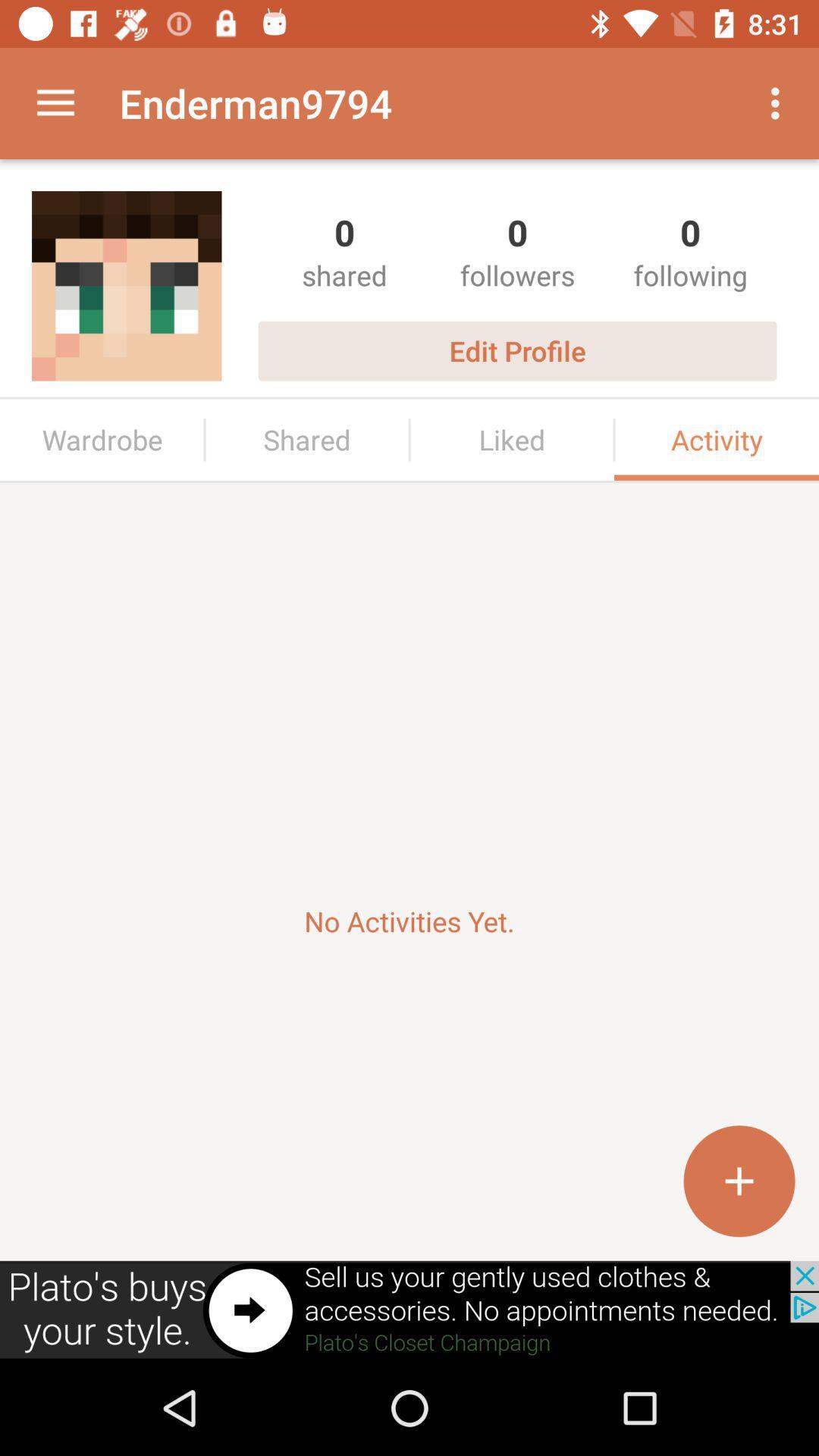 The width and height of the screenshot is (819, 1456). I want to click on add option, so click(739, 1180).